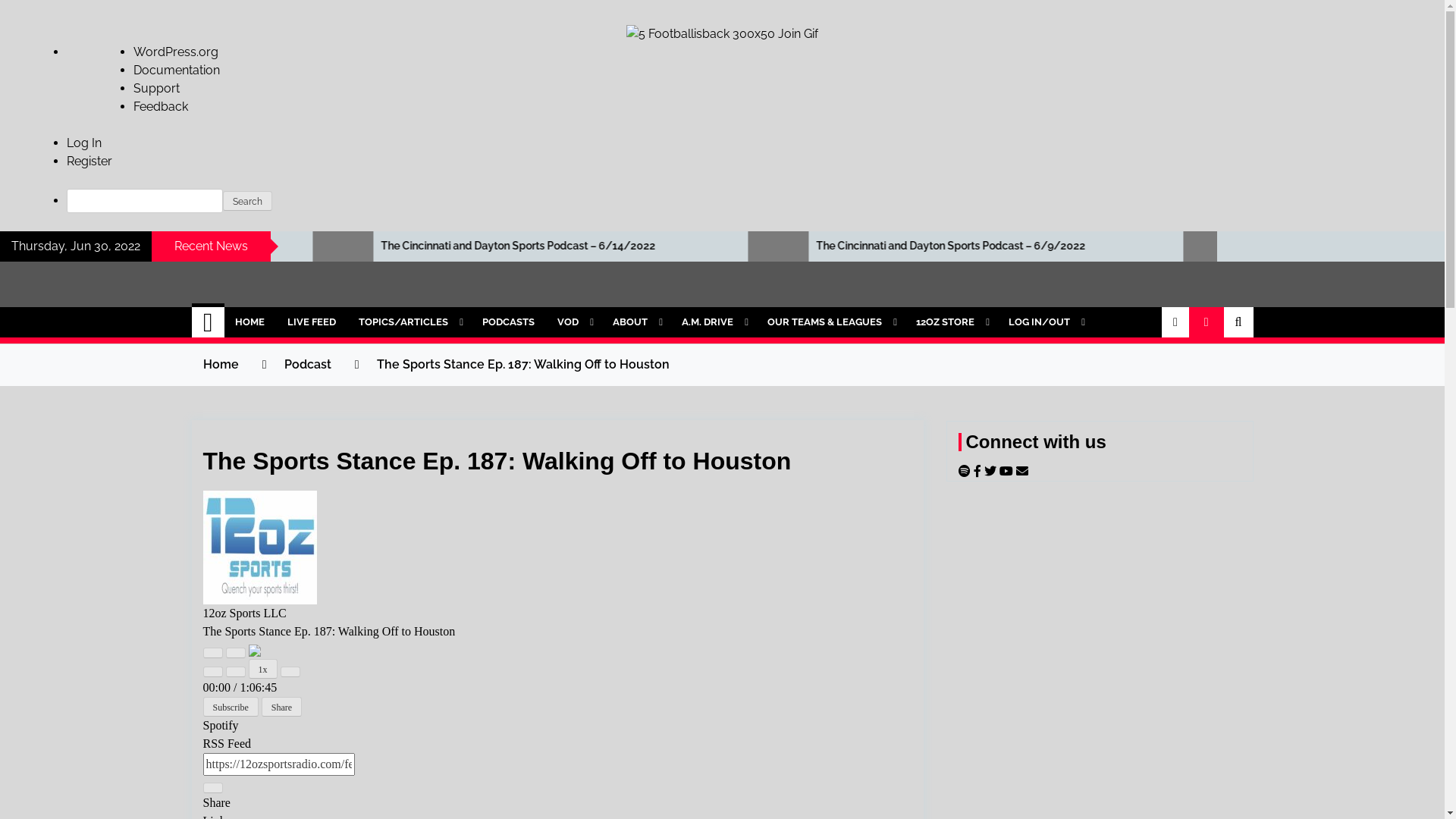 The width and height of the screenshot is (1456, 819). I want to click on 'TOPICS/ARTICLES', so click(409, 321).